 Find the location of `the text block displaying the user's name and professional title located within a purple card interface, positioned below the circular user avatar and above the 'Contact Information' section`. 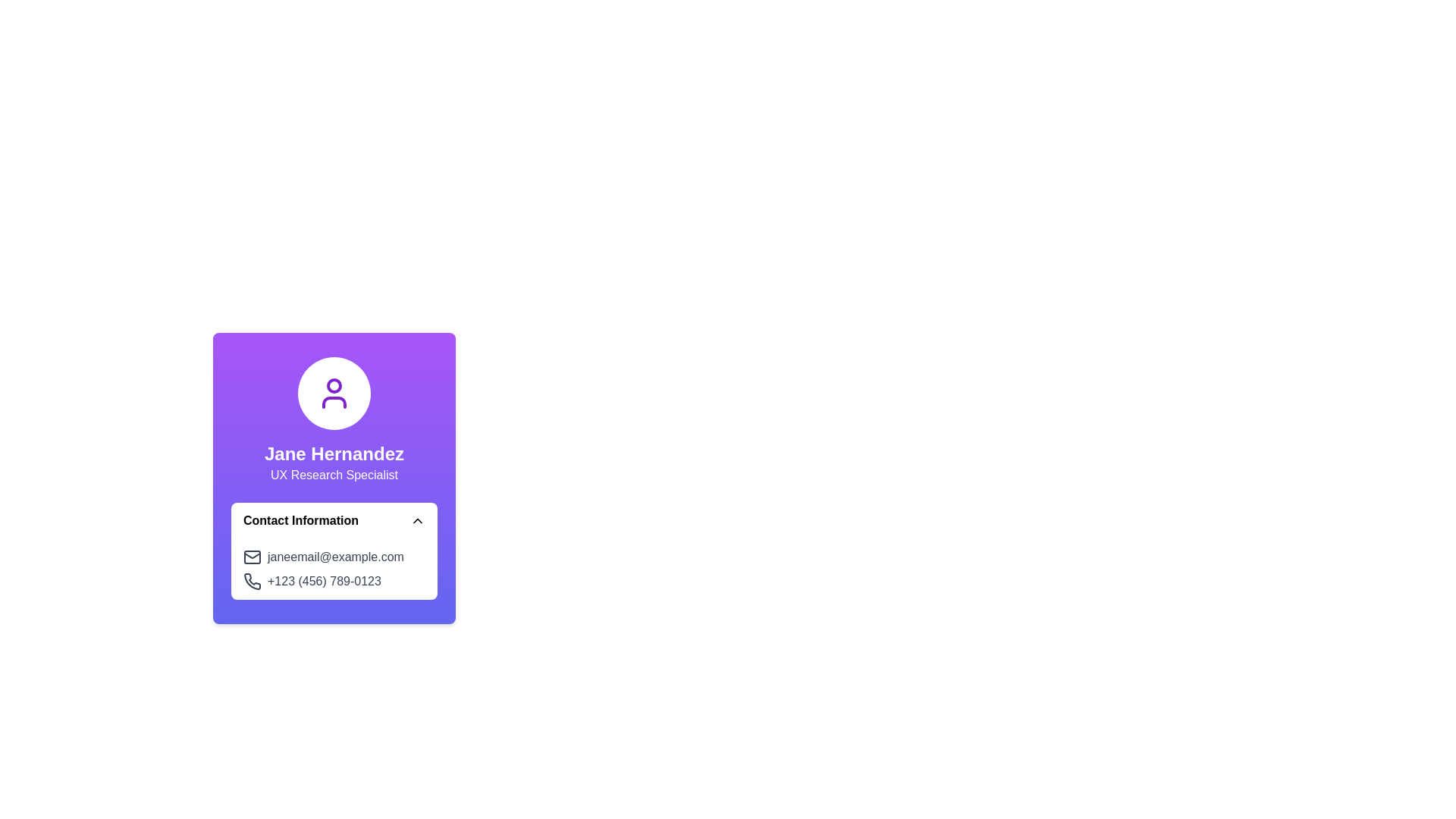

the text block displaying the user's name and professional title located within a purple card interface, positioned below the circular user avatar and above the 'Contact Information' section is located at coordinates (334, 462).